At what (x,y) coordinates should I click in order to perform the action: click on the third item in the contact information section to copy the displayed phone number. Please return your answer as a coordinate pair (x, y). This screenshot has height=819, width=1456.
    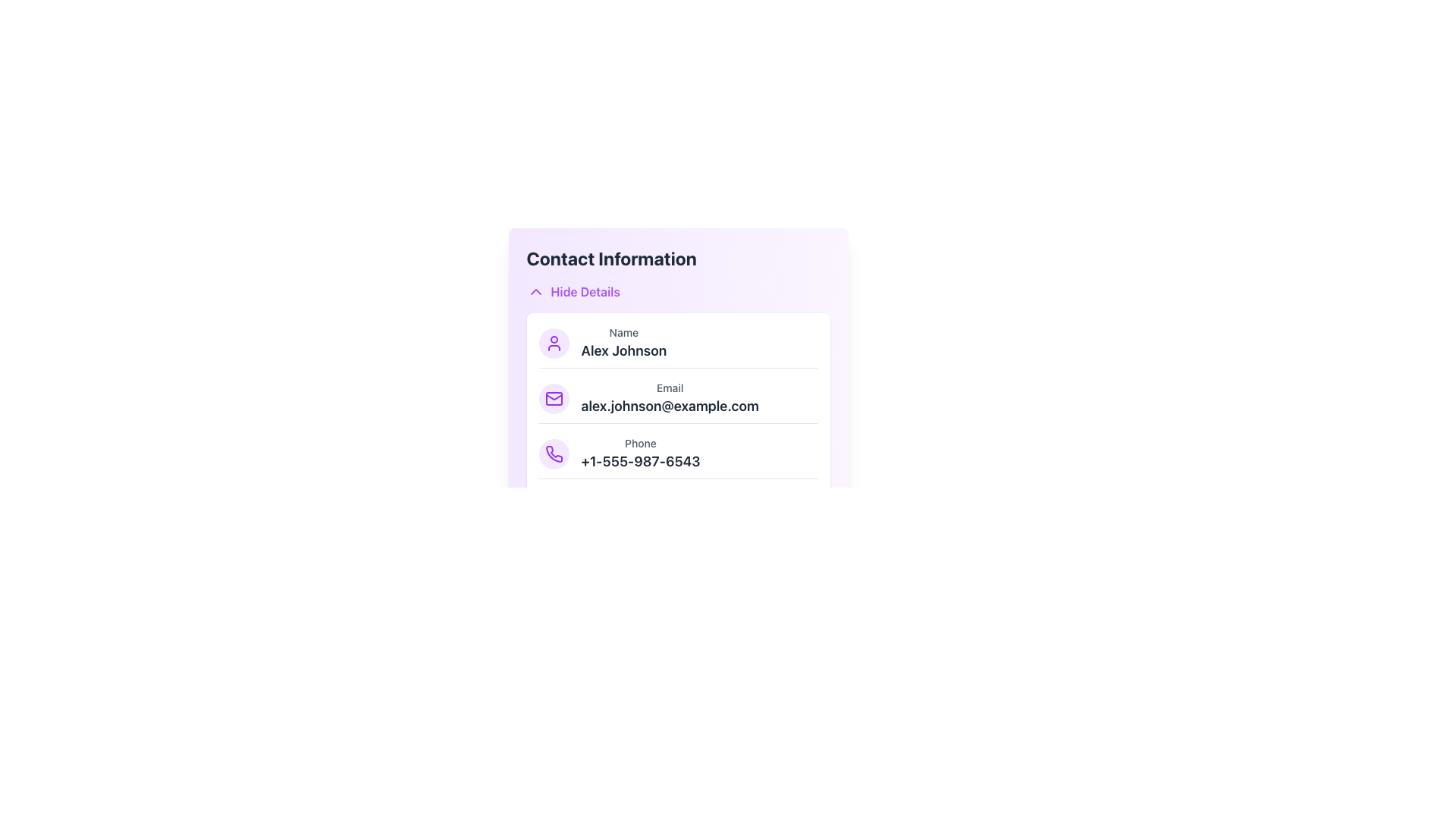
    Looking at the image, I should click on (677, 457).